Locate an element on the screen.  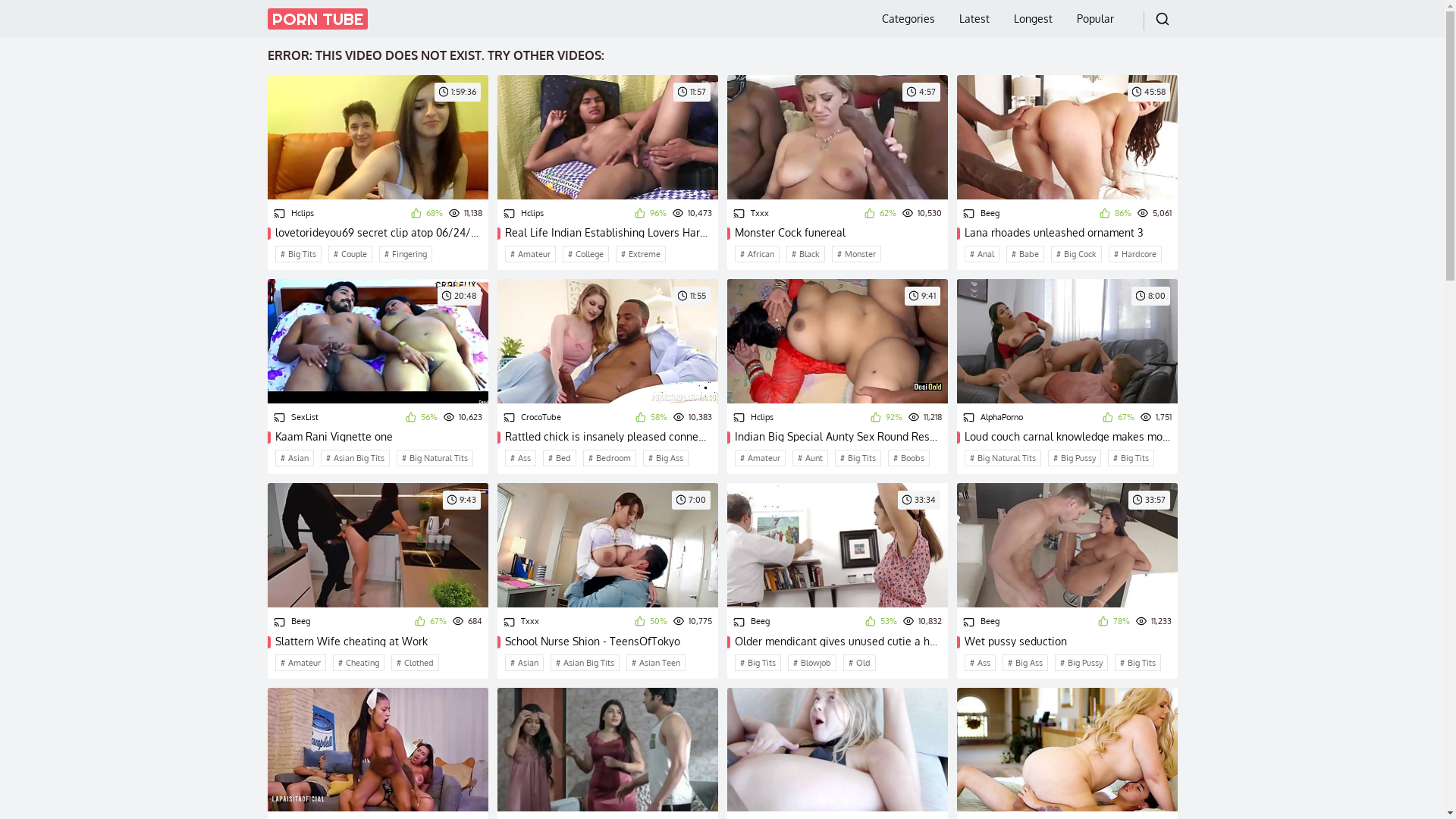
'Big Pussy' is located at coordinates (1073, 457).